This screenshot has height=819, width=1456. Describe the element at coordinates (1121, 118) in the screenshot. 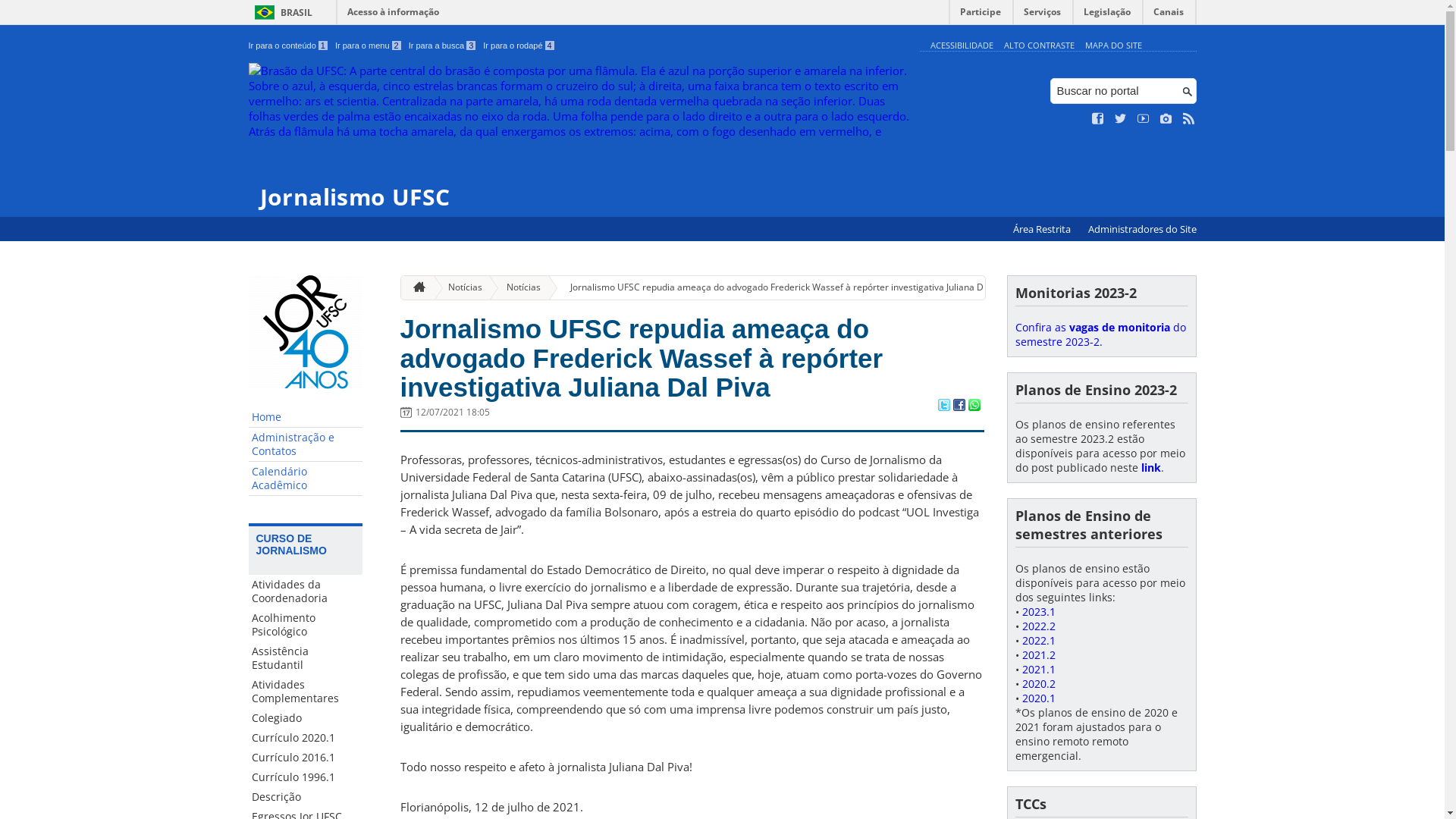

I see `'Siga no Twitter'` at that location.